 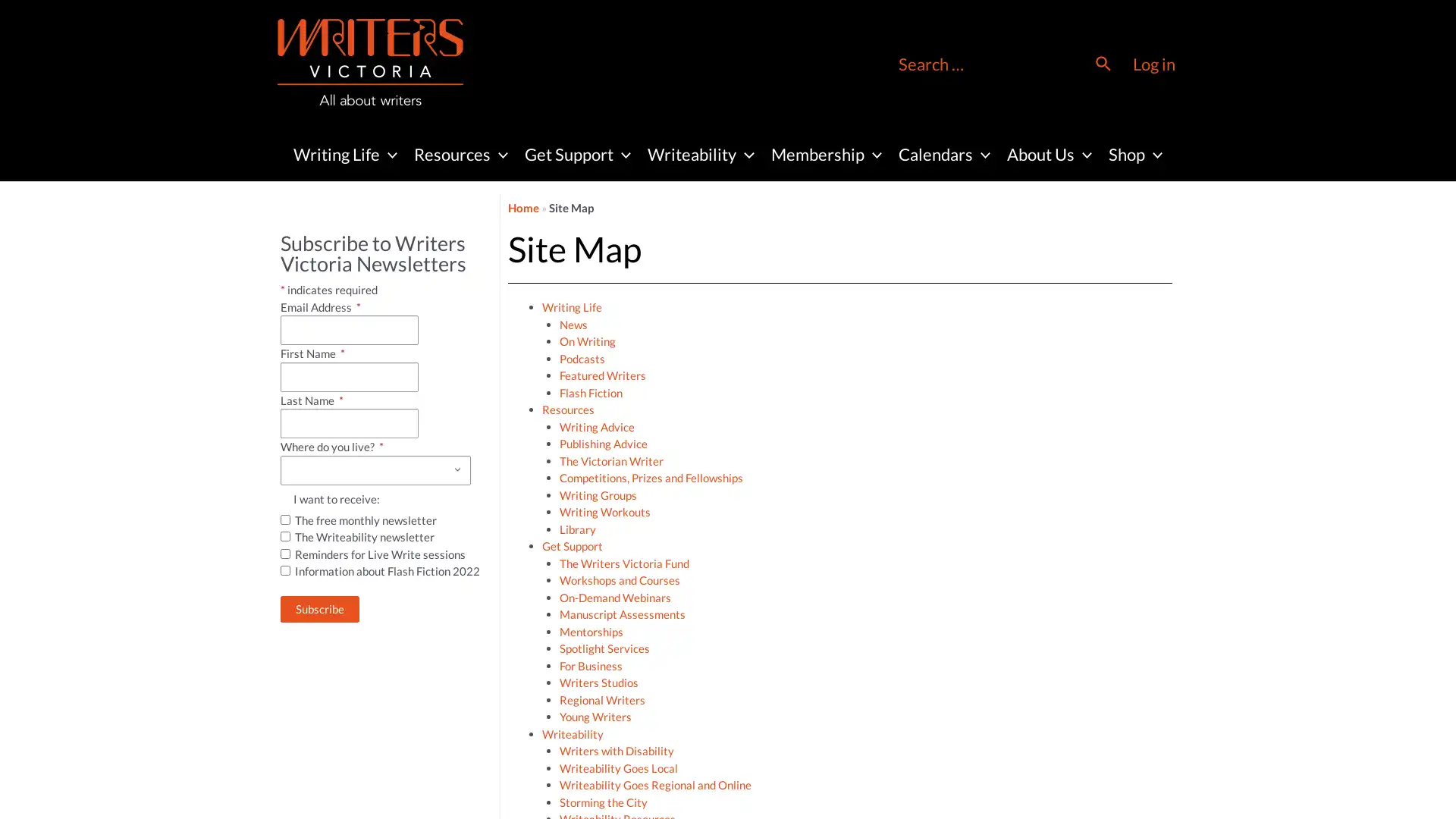 What do you see at coordinates (319, 608) in the screenshot?
I see `Subscribe` at bounding box center [319, 608].